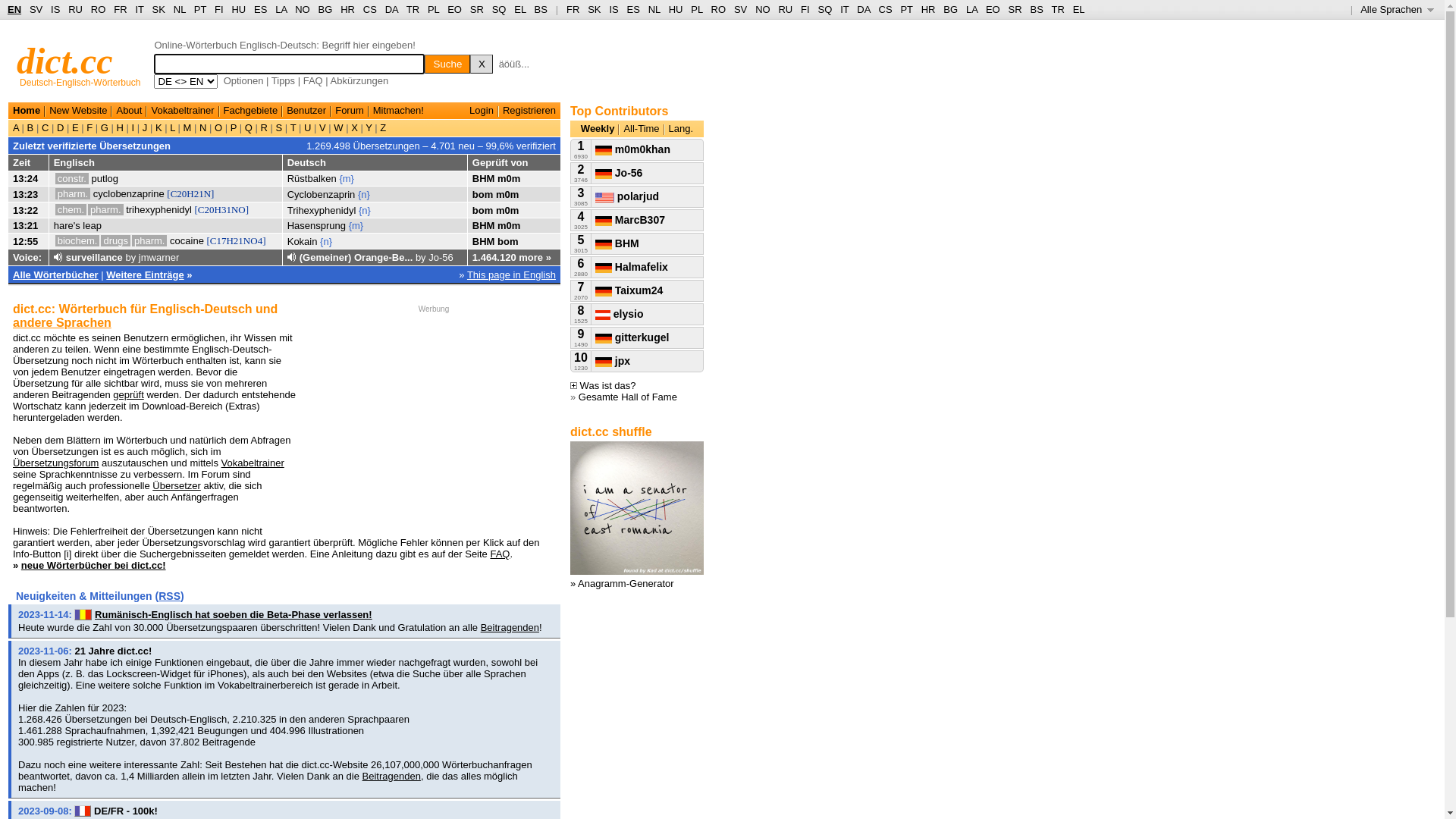 This screenshot has height=819, width=1456. I want to click on 'IT', so click(843, 9).